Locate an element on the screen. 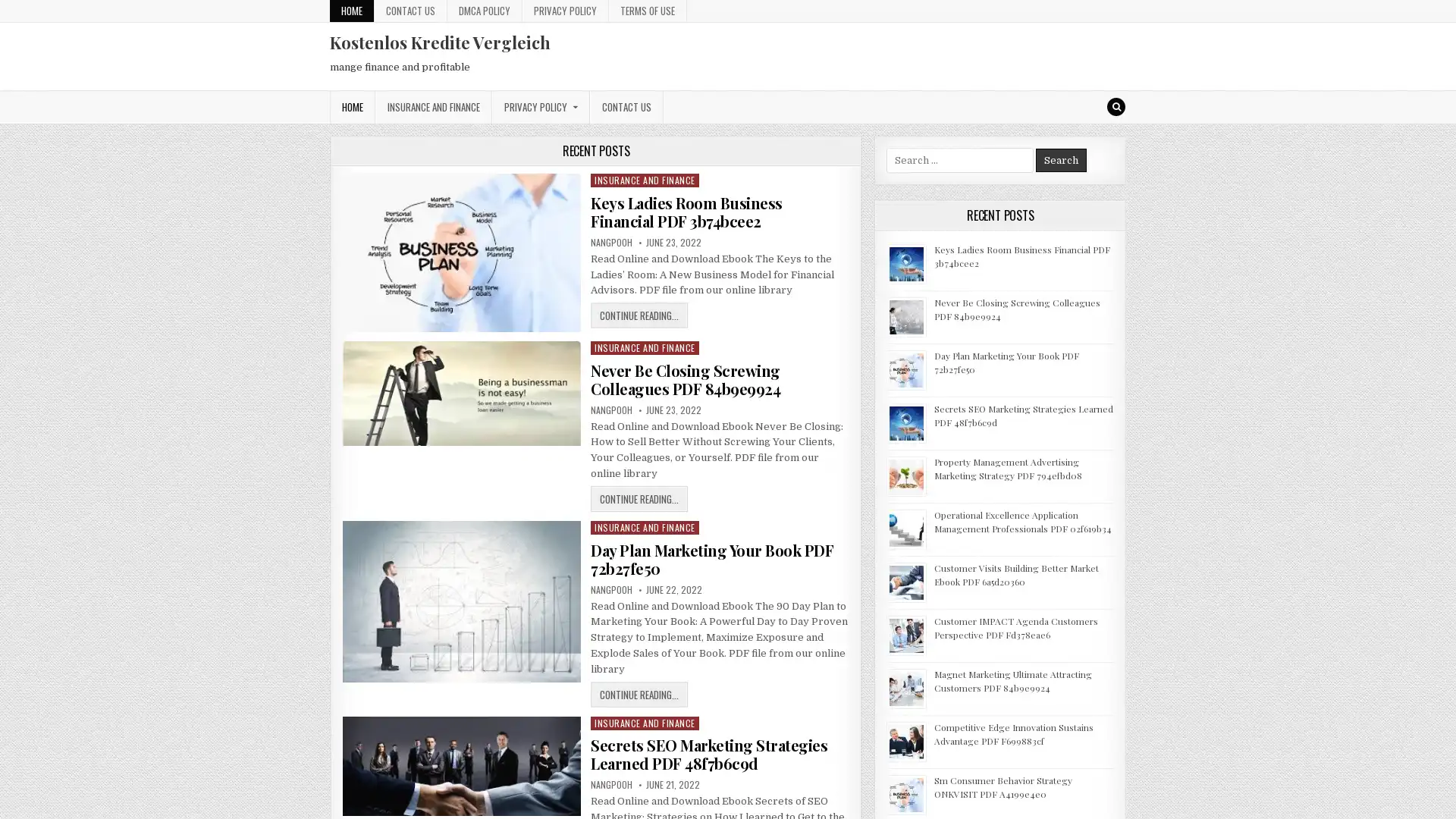 This screenshot has width=1456, height=819. Search is located at coordinates (1060, 160).